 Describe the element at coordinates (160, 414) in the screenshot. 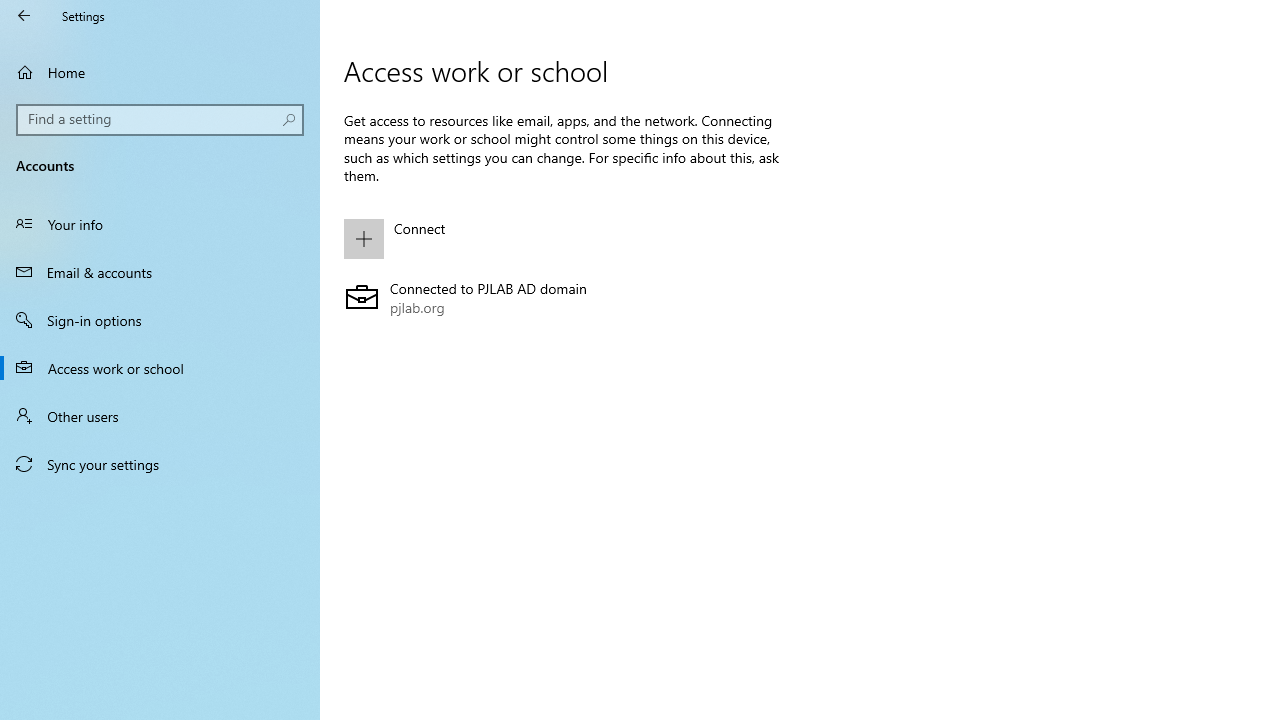

I see `'Other users'` at that location.